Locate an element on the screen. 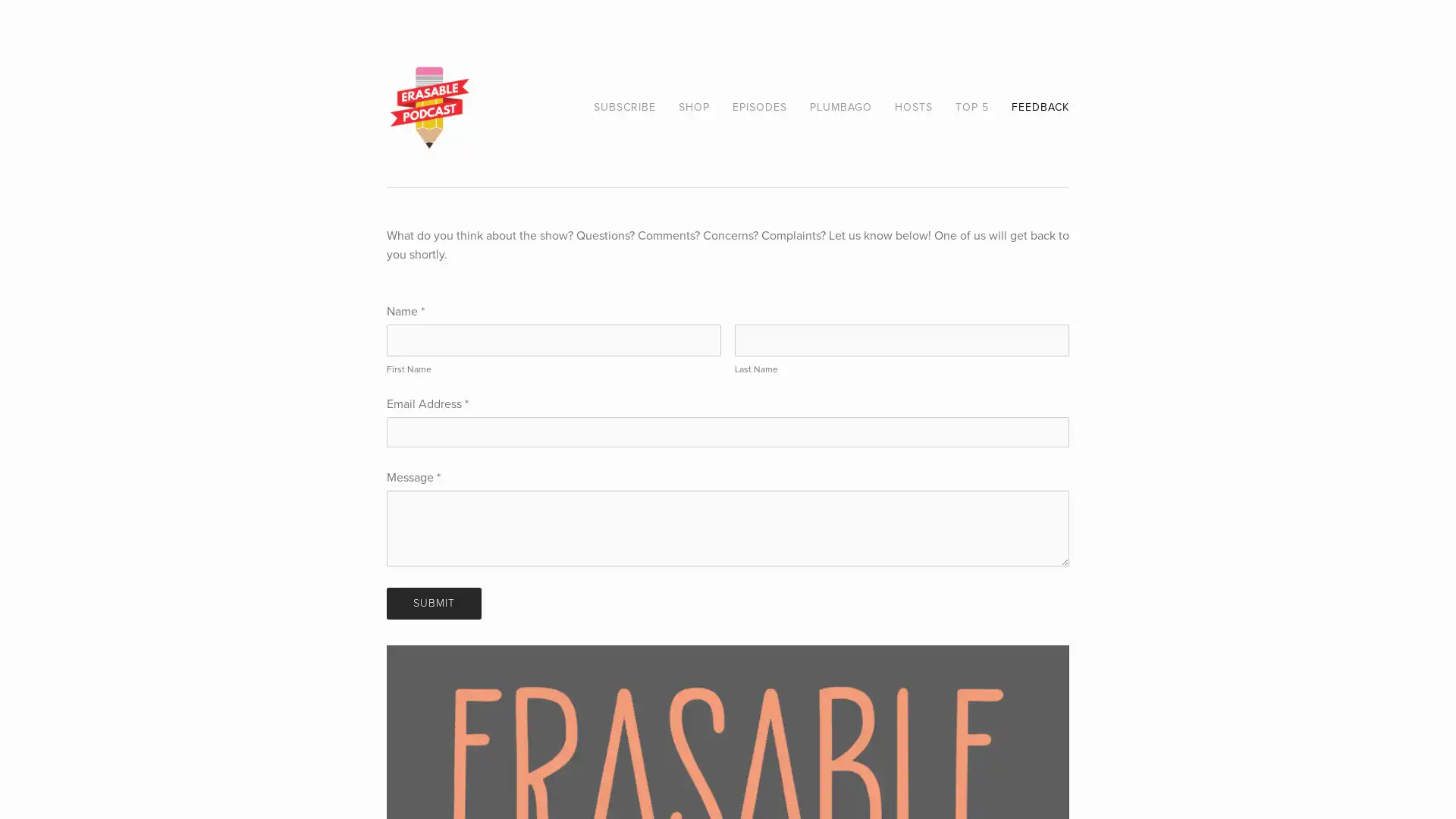 Image resolution: width=1456 pixels, height=819 pixels. Submit is located at coordinates (433, 601).